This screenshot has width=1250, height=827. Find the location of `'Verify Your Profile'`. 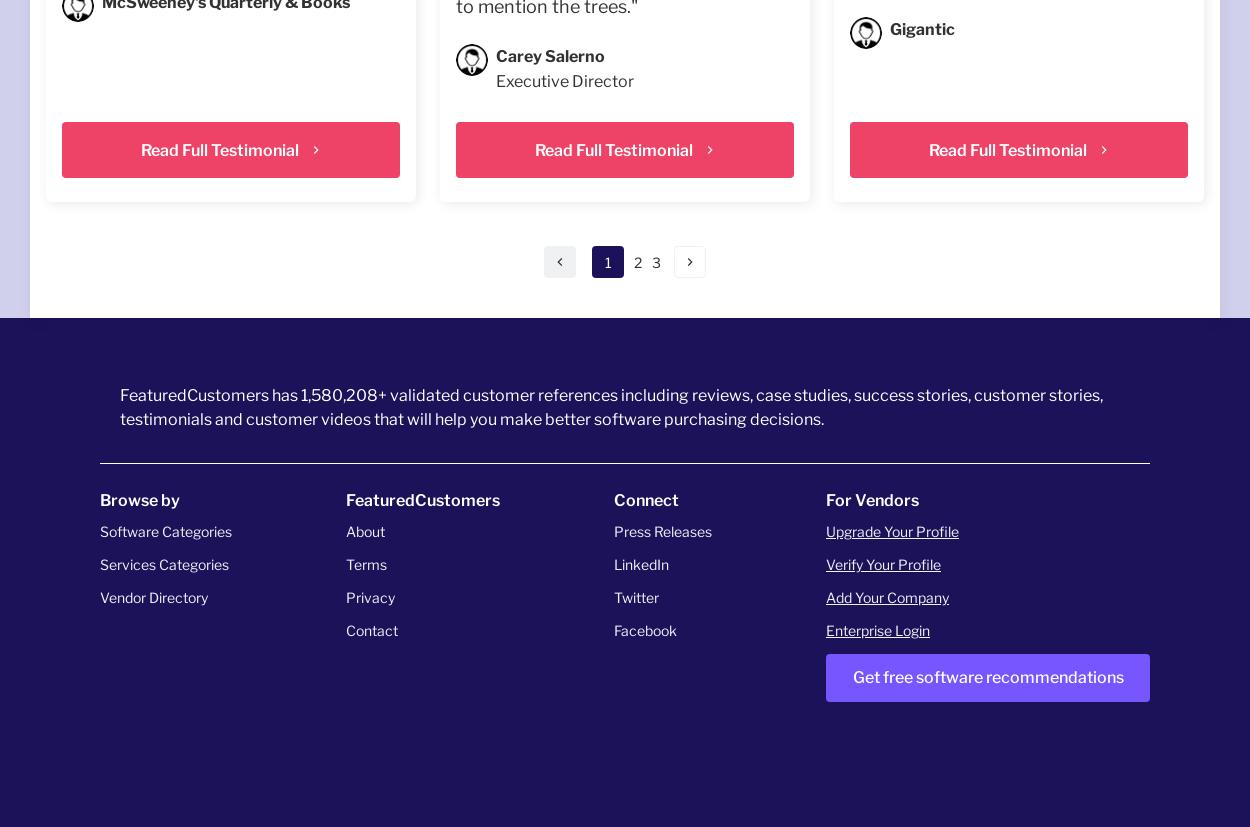

'Verify Your Profile' is located at coordinates (883, 563).